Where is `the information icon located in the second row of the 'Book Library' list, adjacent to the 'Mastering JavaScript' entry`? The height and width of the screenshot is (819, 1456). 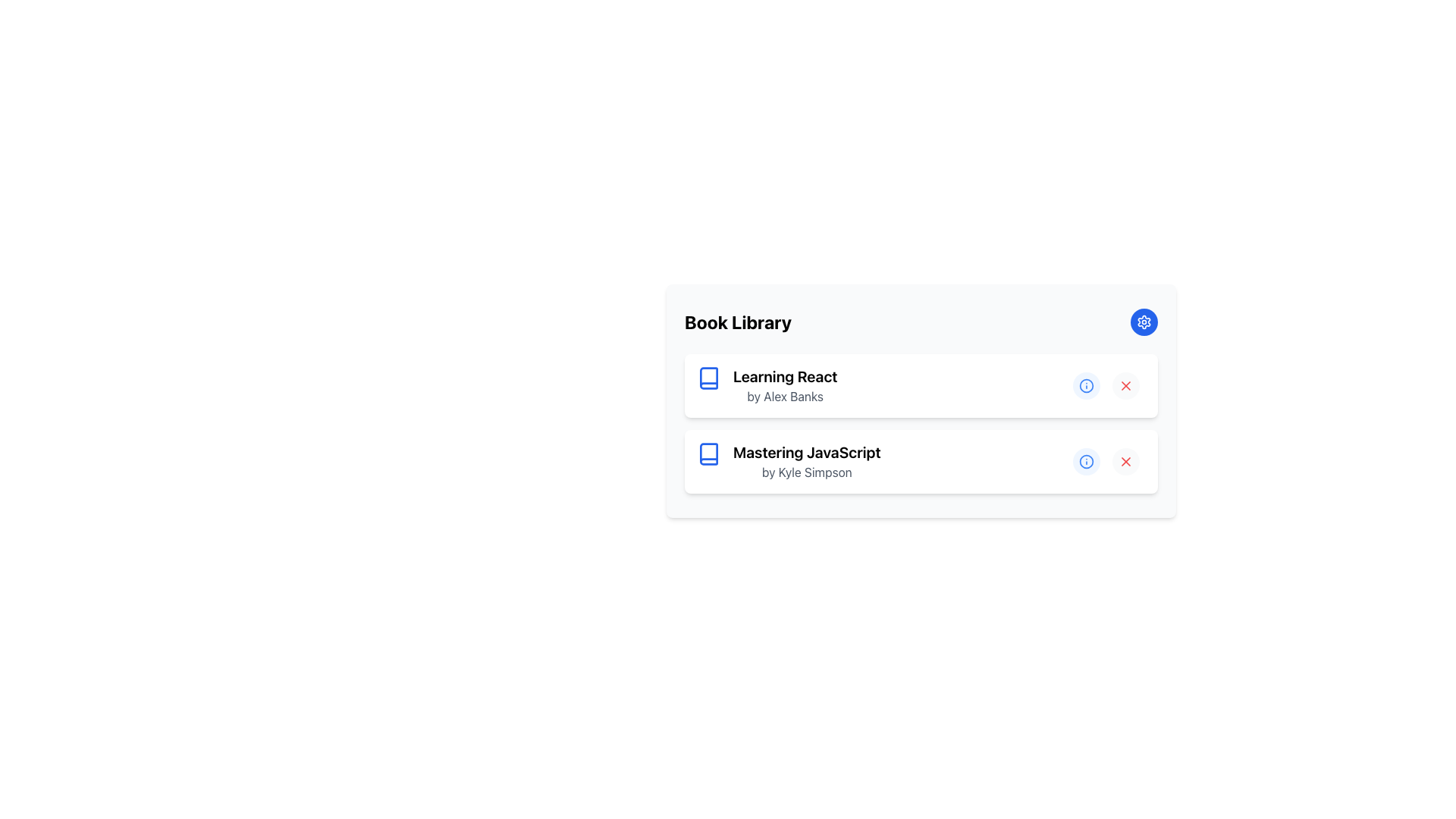 the information icon located in the second row of the 'Book Library' list, adjacent to the 'Mastering JavaScript' entry is located at coordinates (1086, 385).